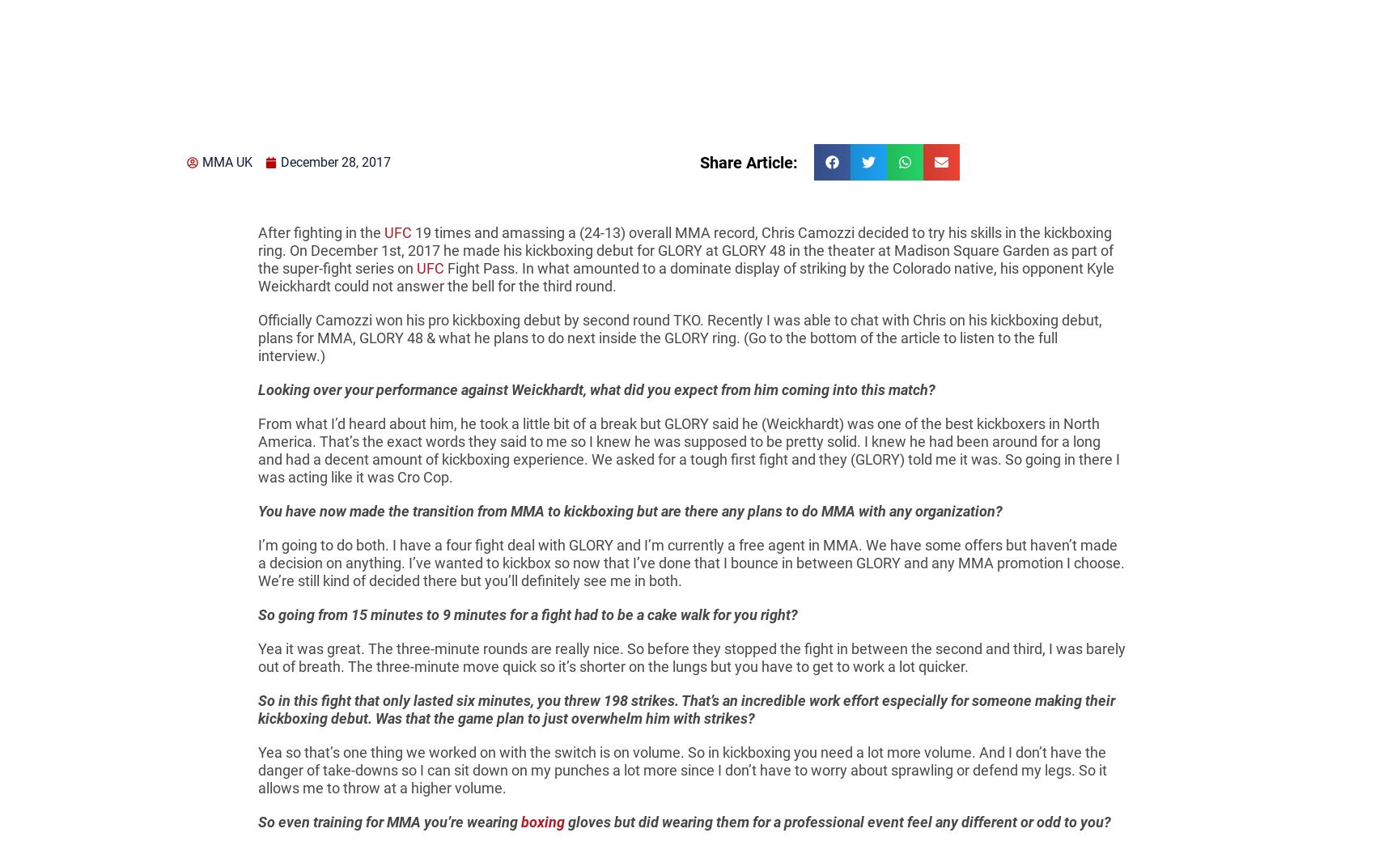 Image resolution: width=1400 pixels, height=867 pixels. I want to click on '19 times and amassing a (24-13) overall MMA record, Chris Camozzi decided to try his skills in the kickboxing ring. On December 1st, 2017 he made his kickboxing debut for GLORY at GLORY 48 in the theater at Madison Square Garden as part of the super-fight series on', so click(685, 249).